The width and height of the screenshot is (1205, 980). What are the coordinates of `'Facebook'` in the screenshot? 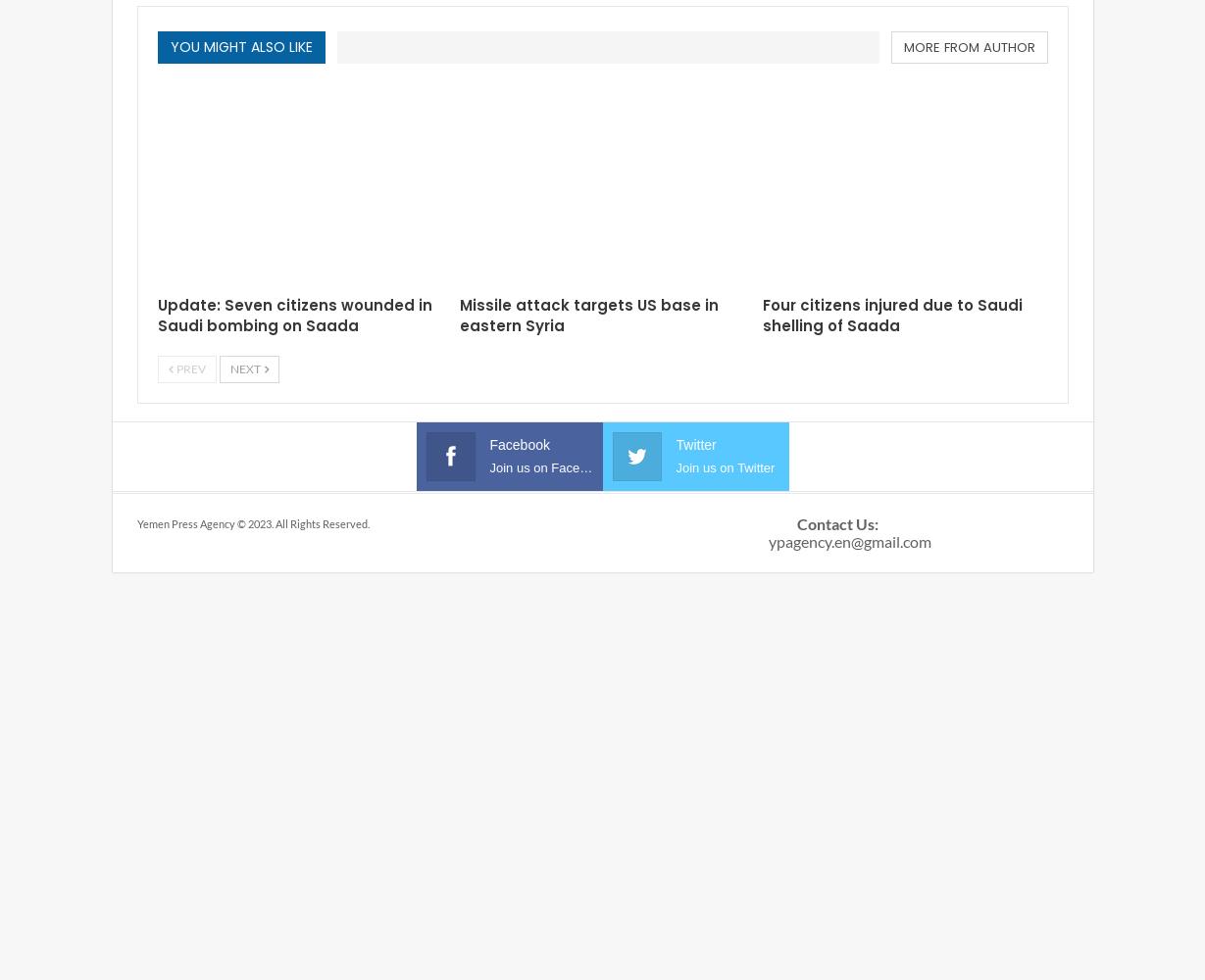 It's located at (519, 444).